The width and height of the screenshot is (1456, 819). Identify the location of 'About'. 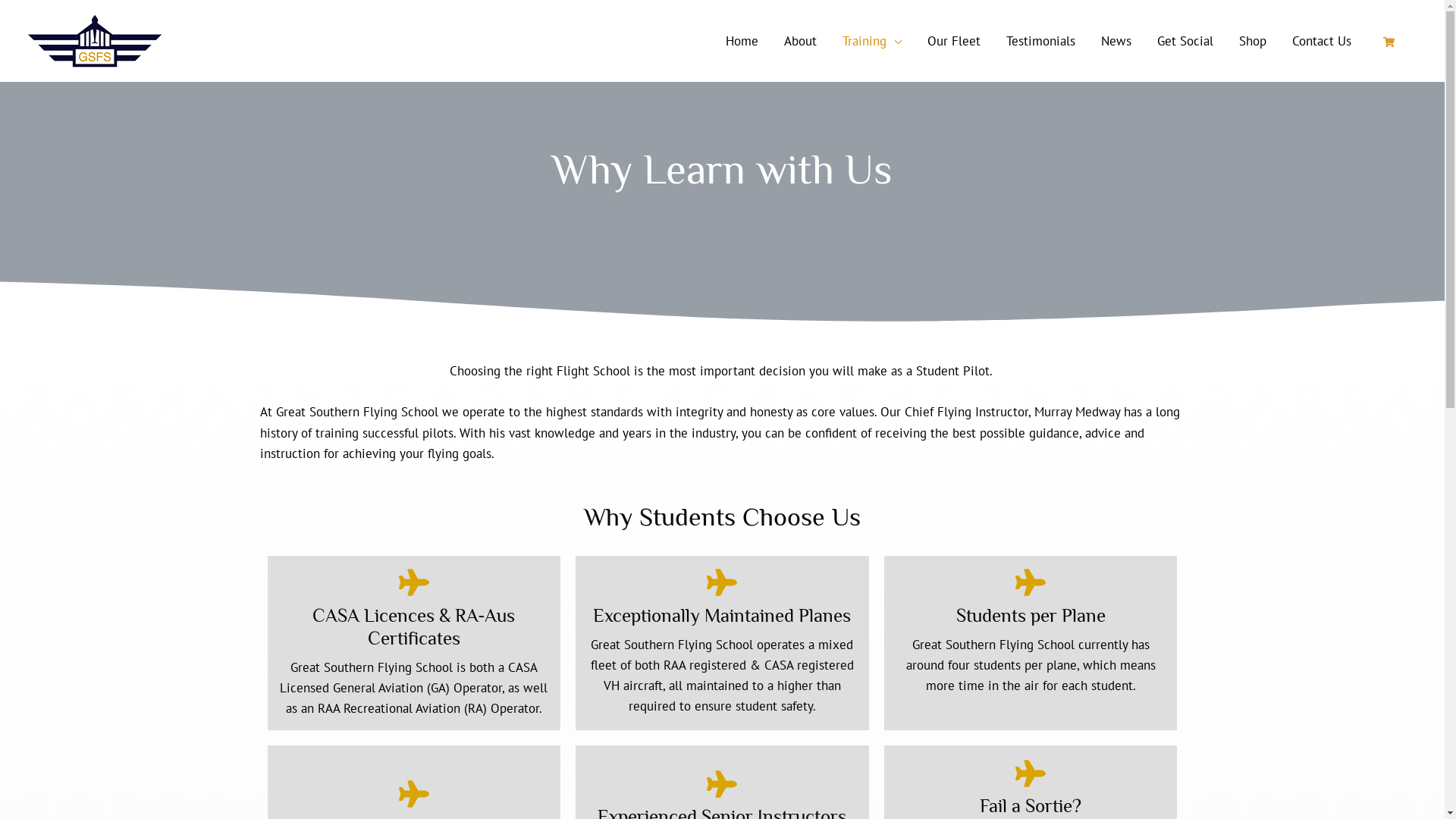
(770, 40).